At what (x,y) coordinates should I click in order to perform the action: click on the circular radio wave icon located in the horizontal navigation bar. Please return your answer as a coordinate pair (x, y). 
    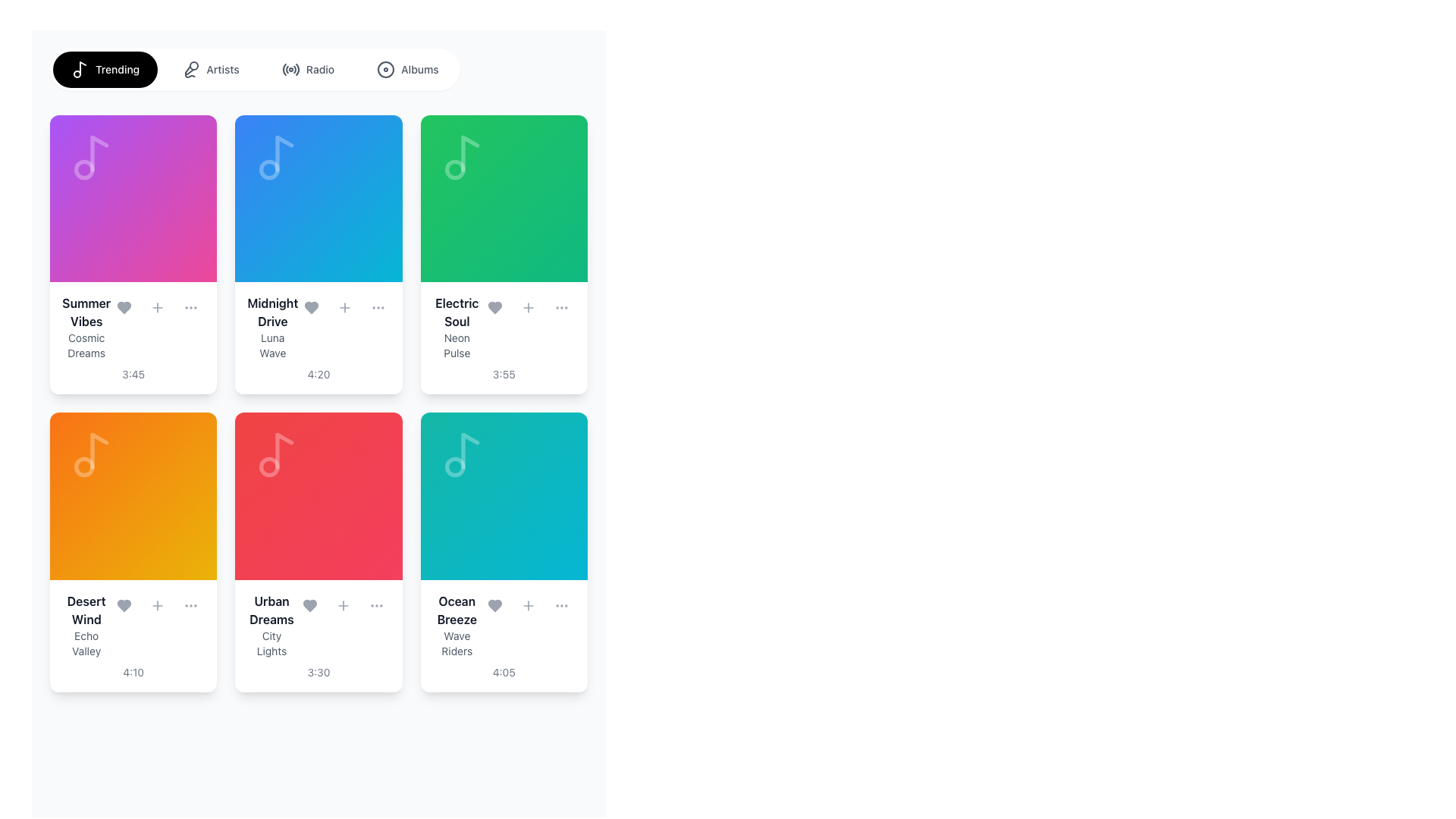
    Looking at the image, I should click on (290, 70).